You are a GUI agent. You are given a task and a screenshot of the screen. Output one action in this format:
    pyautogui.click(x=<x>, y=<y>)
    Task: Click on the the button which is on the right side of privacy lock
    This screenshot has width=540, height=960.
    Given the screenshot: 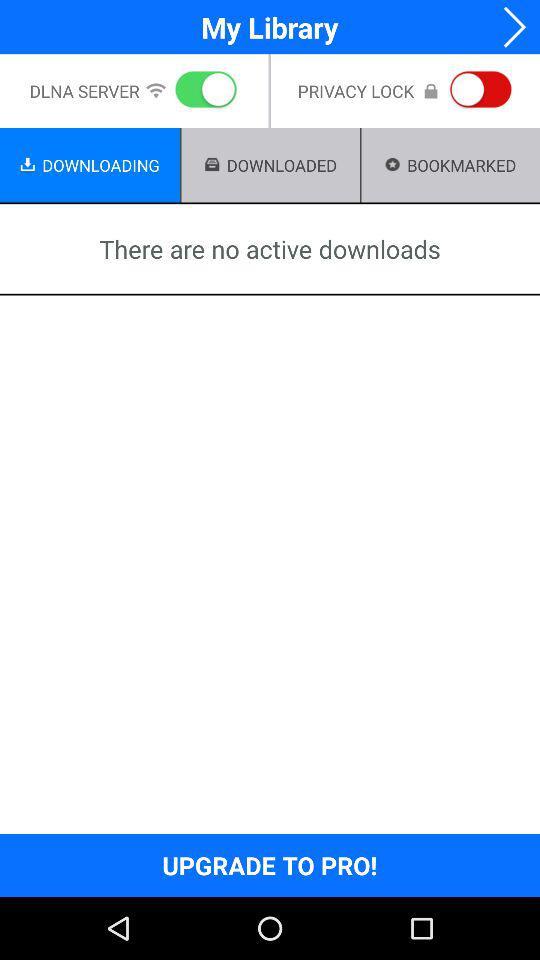 What is the action you would take?
    pyautogui.click(x=475, y=91)
    